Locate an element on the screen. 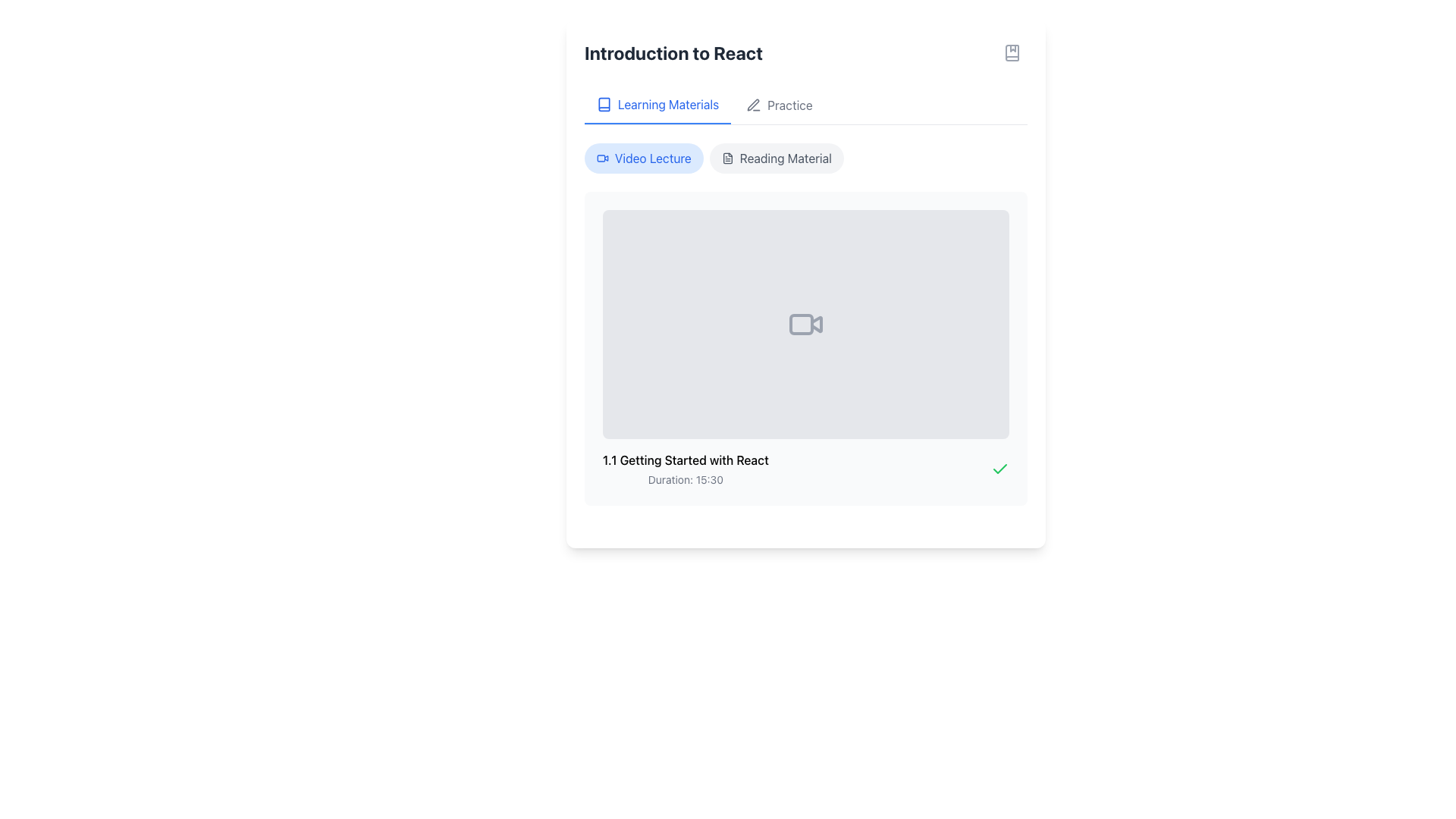 The height and width of the screenshot is (819, 1456). the green checkmark icon indicating completion, located to the right of the '1.1 Getting Started with React' section and adjacent to the duration text 'Duration: 15:30' is located at coordinates (1000, 468).